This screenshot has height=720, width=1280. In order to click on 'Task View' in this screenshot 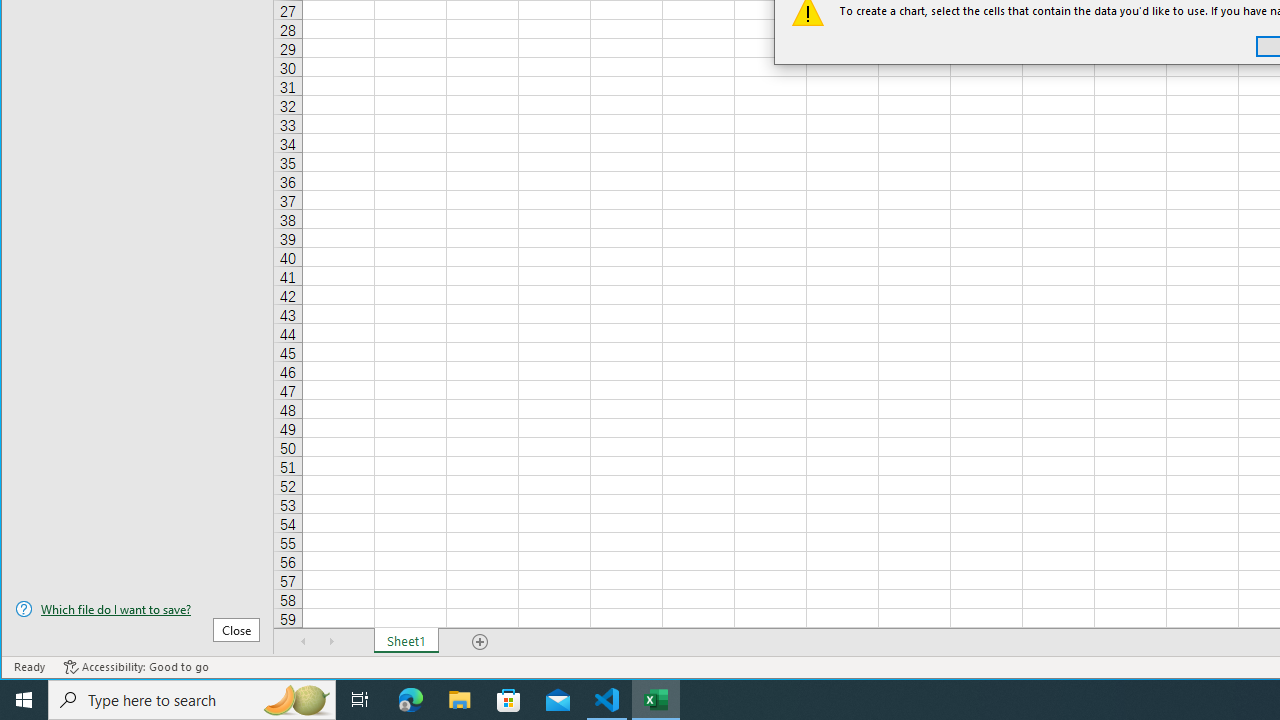, I will do `click(359, 698)`.